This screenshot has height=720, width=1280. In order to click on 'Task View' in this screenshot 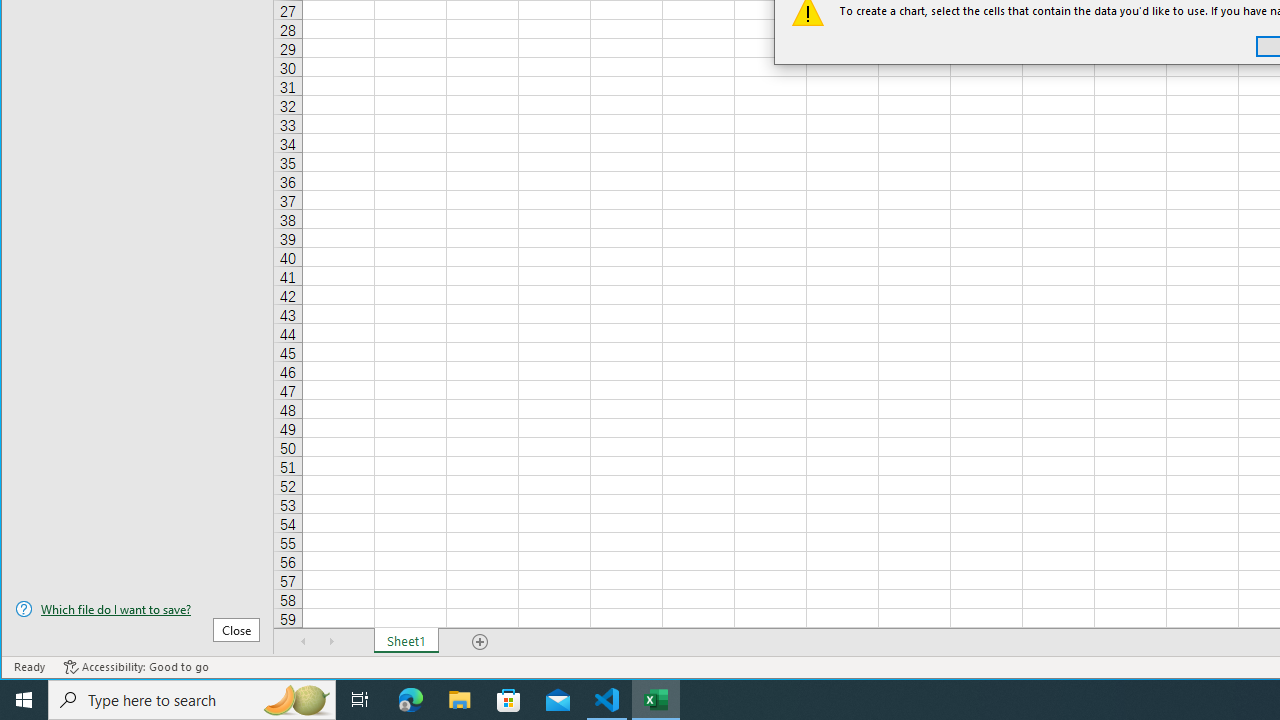, I will do `click(359, 698)`.